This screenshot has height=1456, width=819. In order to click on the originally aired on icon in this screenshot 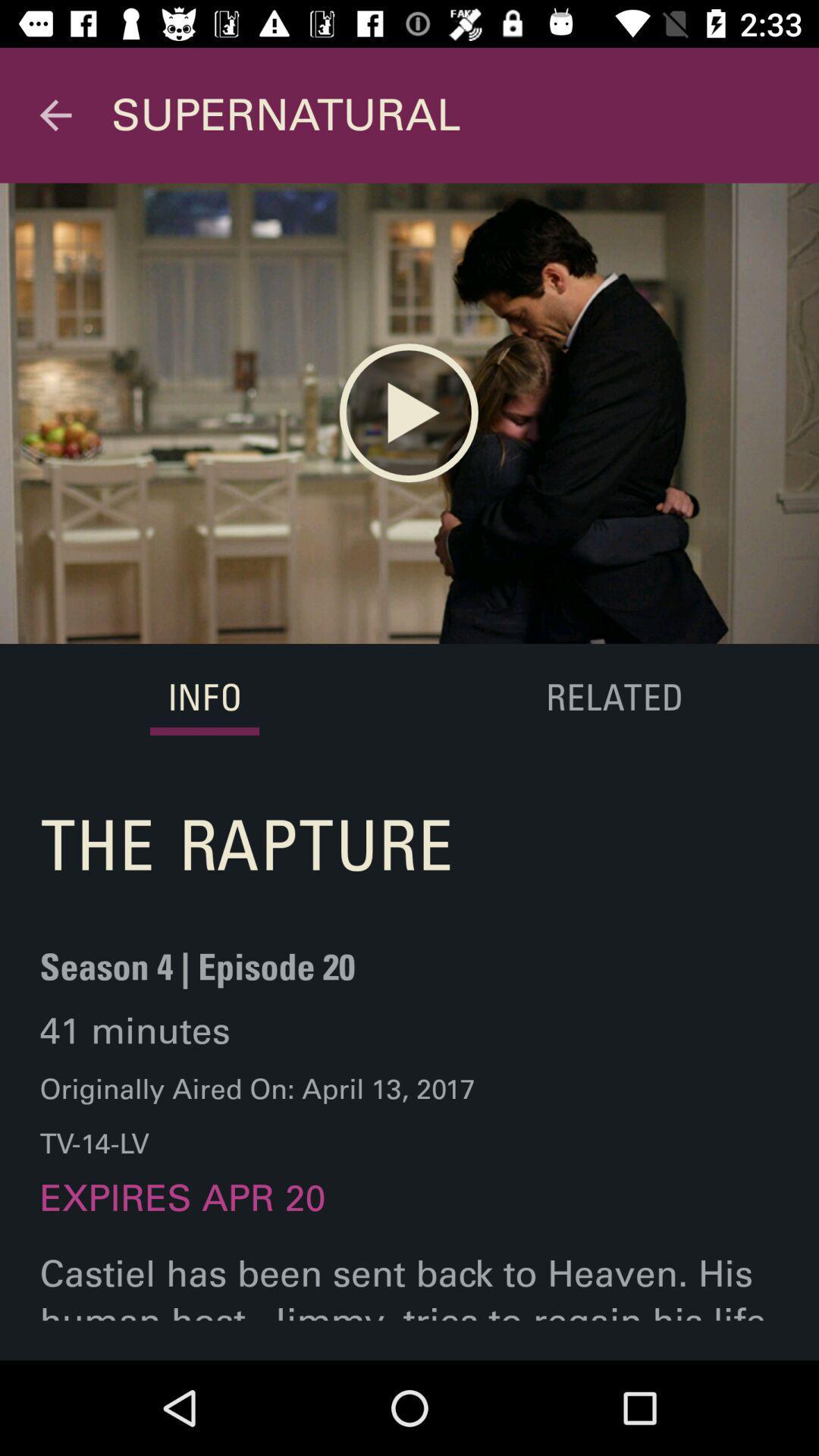, I will do `click(256, 1116)`.